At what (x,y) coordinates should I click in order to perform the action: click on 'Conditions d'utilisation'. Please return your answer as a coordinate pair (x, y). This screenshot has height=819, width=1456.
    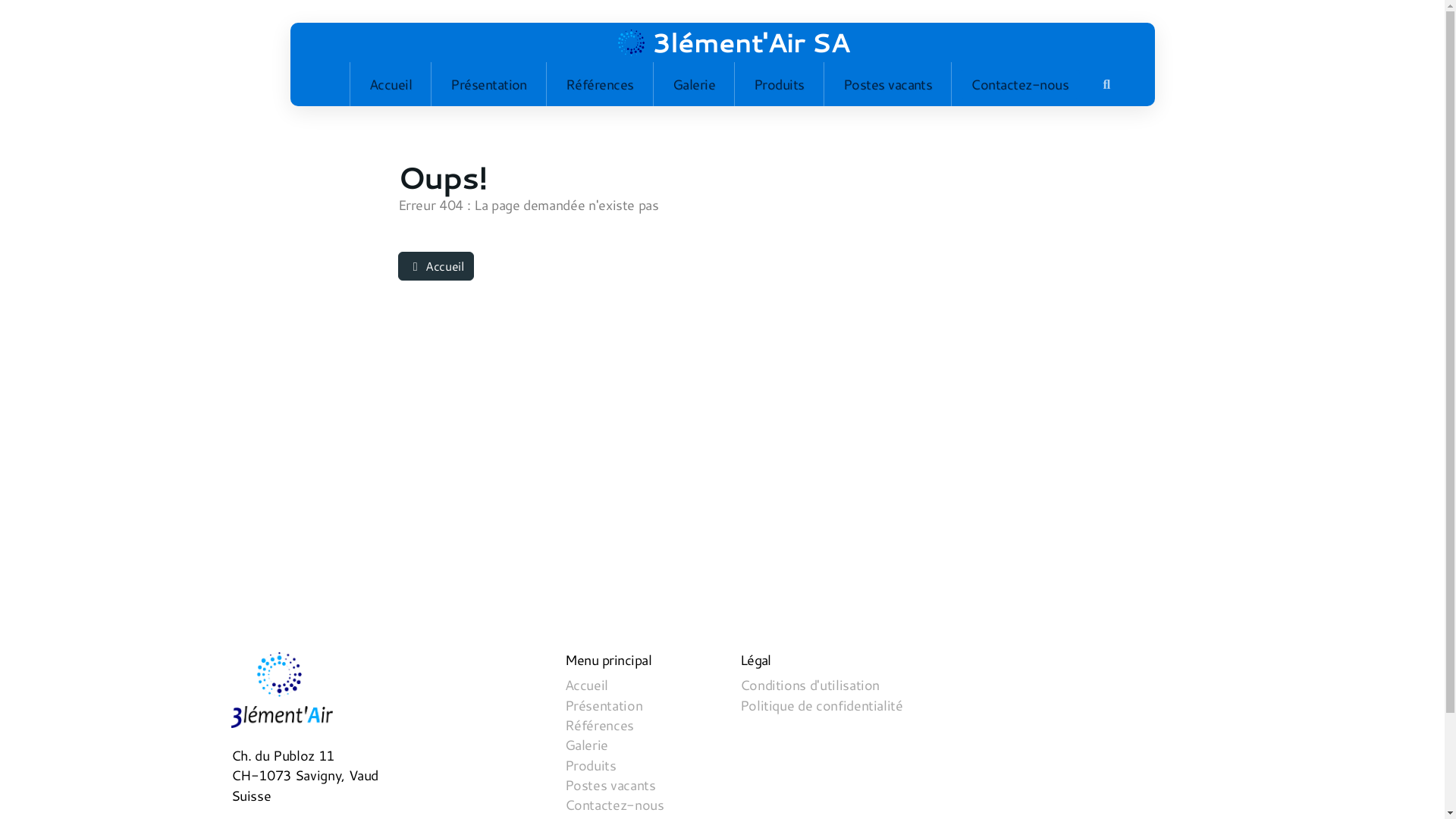
    Looking at the image, I should click on (809, 685).